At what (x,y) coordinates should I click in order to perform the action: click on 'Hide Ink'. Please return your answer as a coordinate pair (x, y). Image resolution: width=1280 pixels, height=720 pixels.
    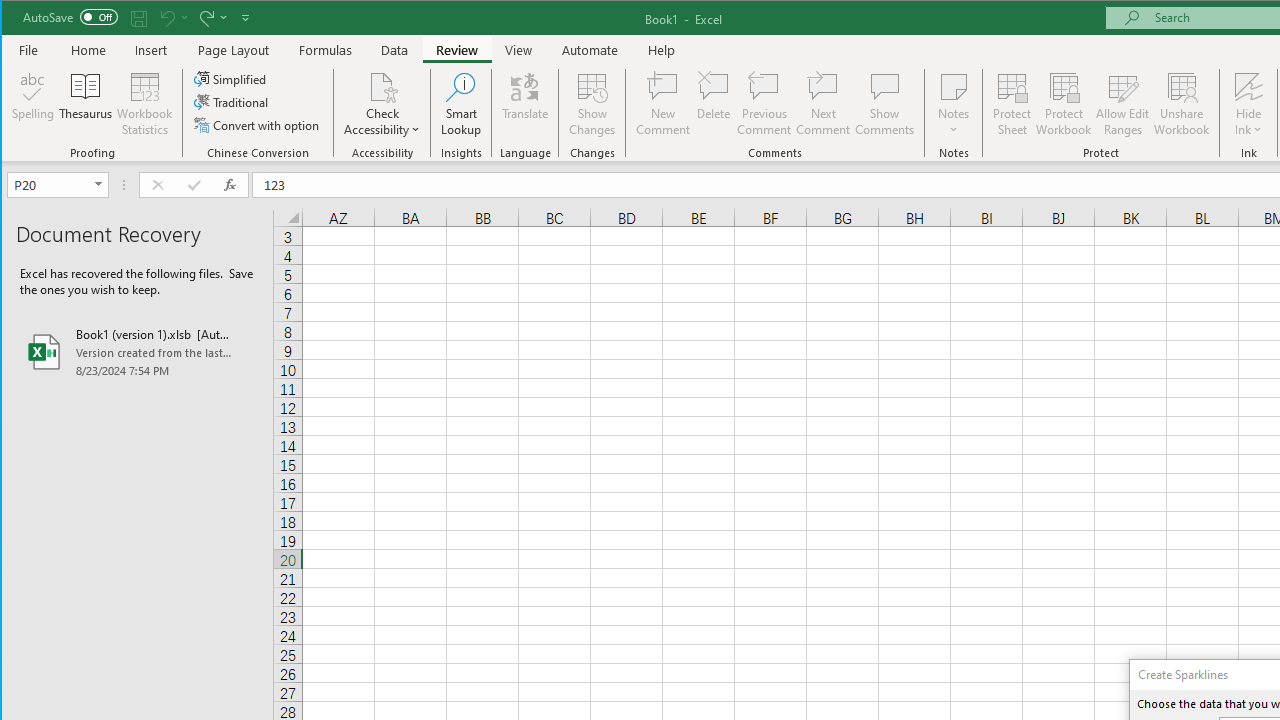
    Looking at the image, I should click on (1247, 85).